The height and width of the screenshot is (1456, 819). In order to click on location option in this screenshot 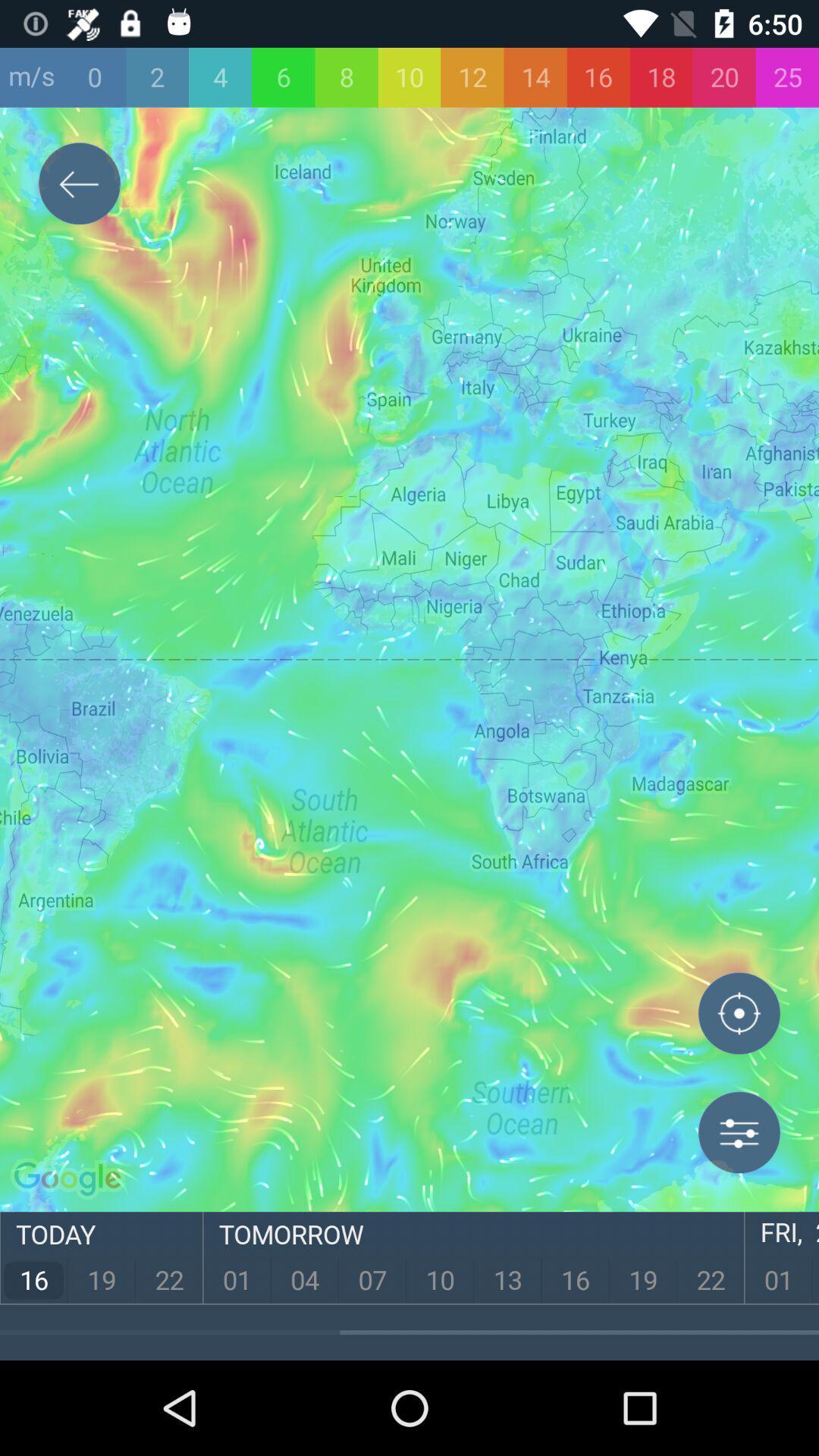, I will do `click(739, 1016)`.